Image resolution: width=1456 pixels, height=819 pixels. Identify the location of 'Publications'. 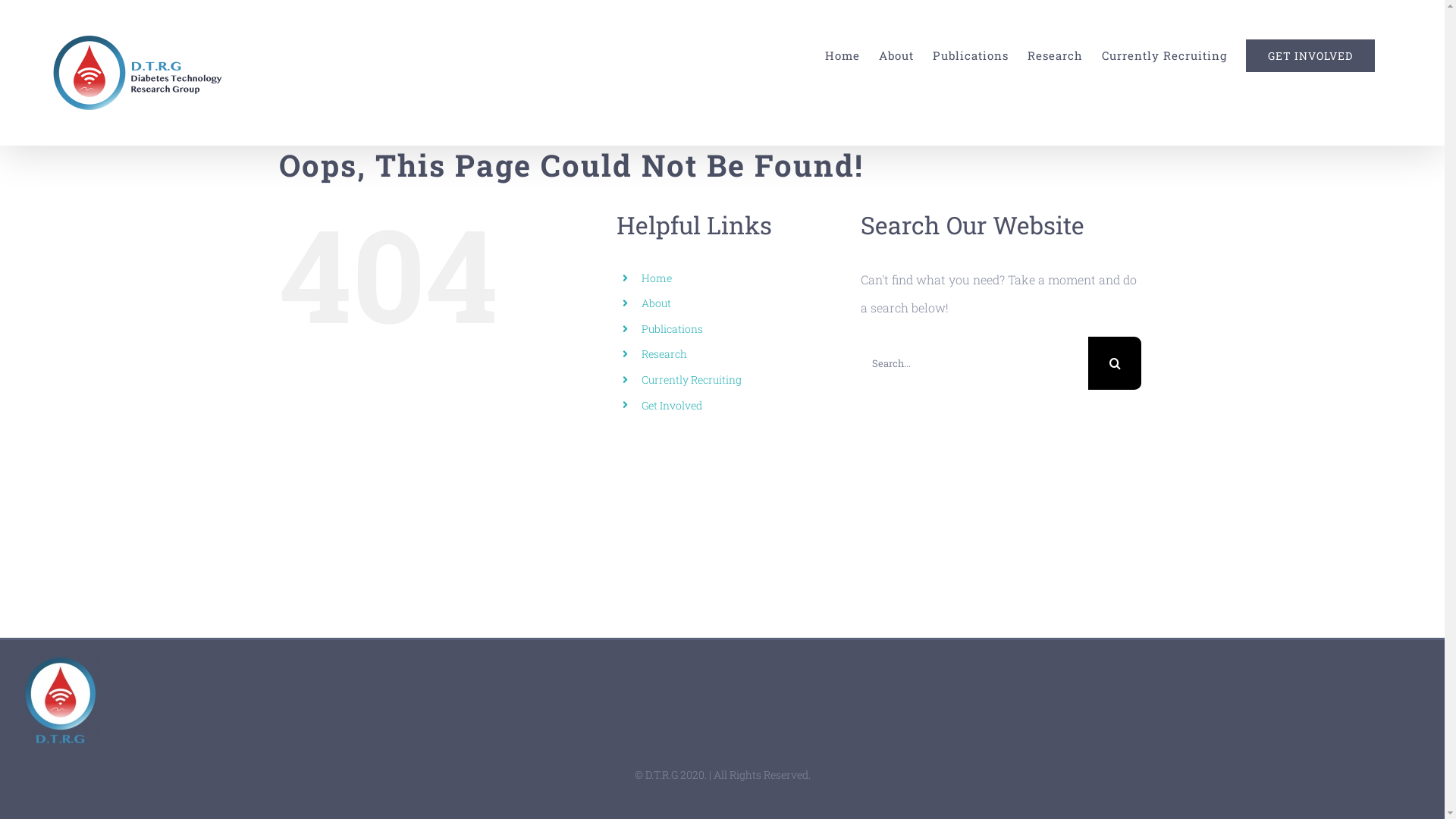
(671, 328).